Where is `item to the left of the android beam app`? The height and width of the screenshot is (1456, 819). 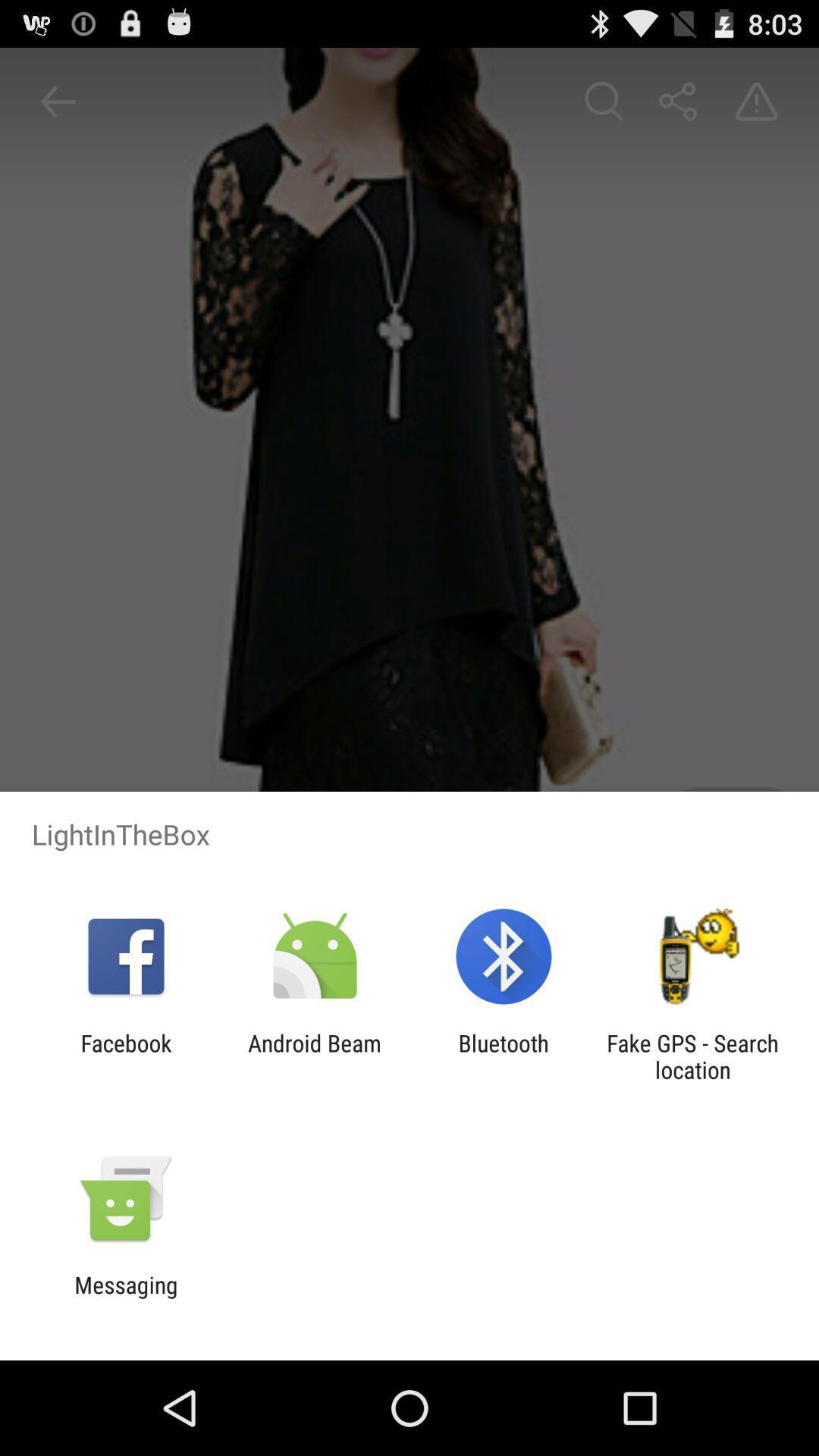 item to the left of the android beam app is located at coordinates (125, 1056).